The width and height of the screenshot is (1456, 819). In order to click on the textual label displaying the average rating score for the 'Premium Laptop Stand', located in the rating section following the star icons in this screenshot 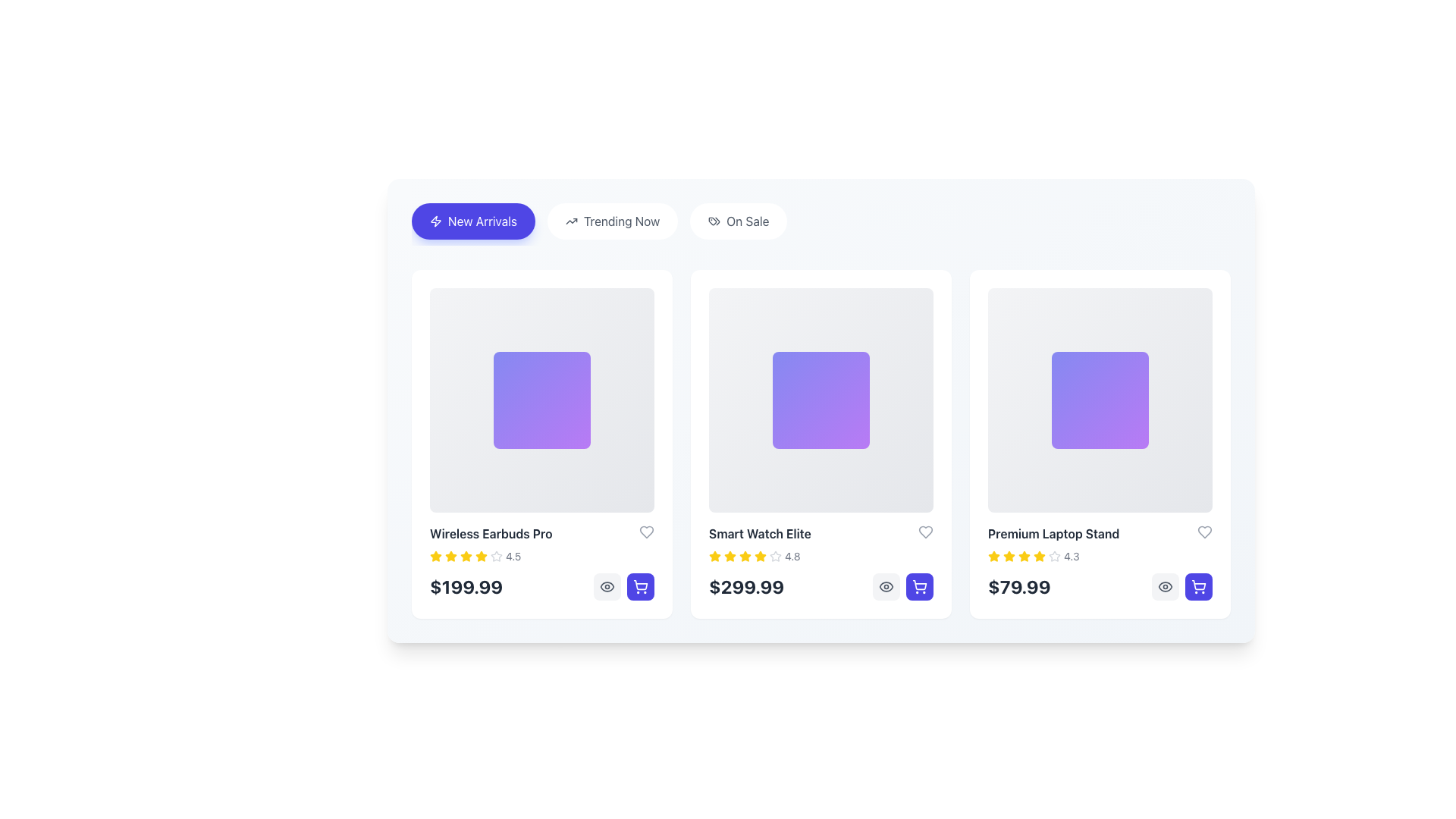, I will do `click(1071, 556)`.